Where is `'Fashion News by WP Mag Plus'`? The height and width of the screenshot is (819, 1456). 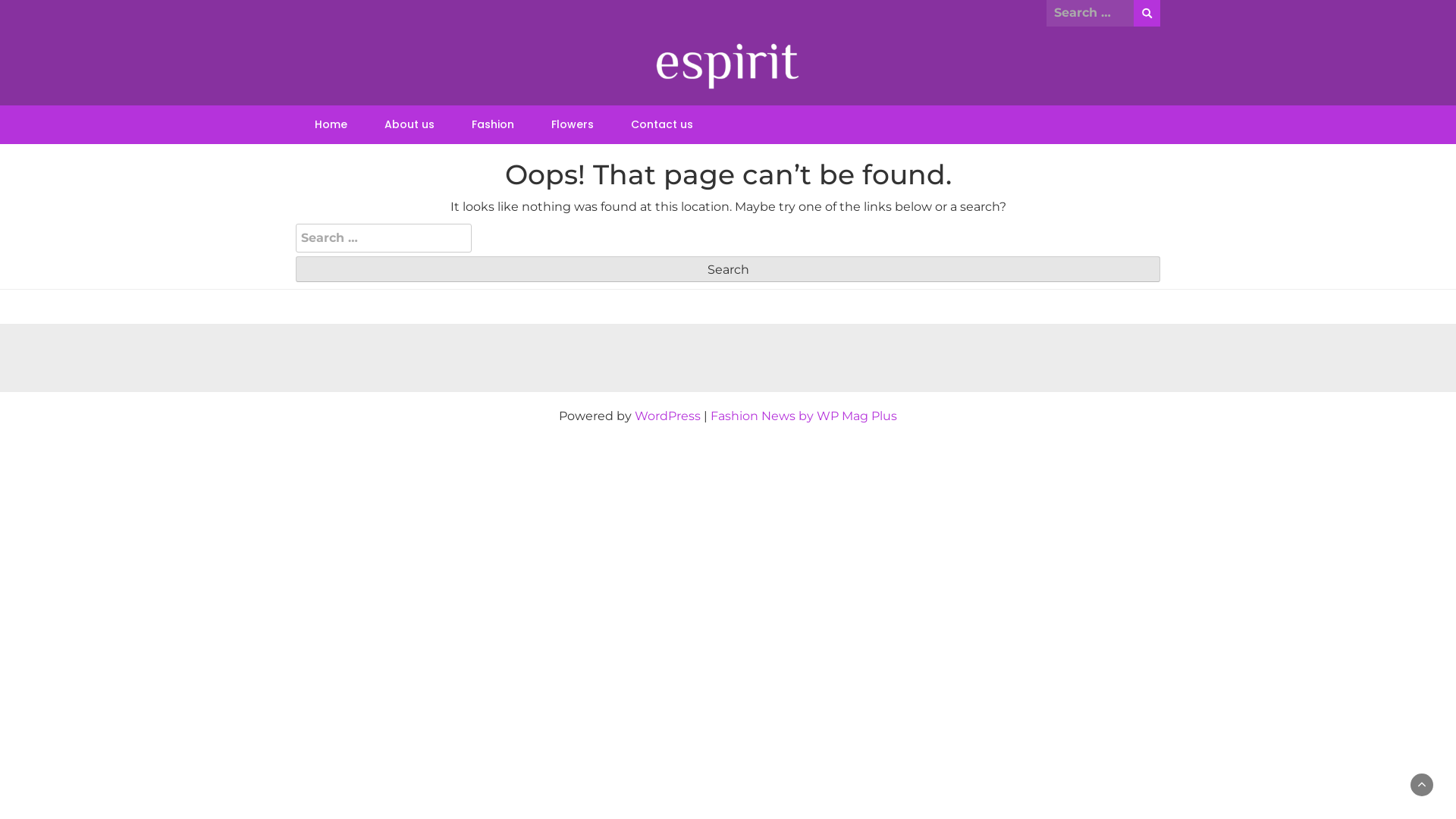
'Fashion News by WP Mag Plus' is located at coordinates (803, 416).